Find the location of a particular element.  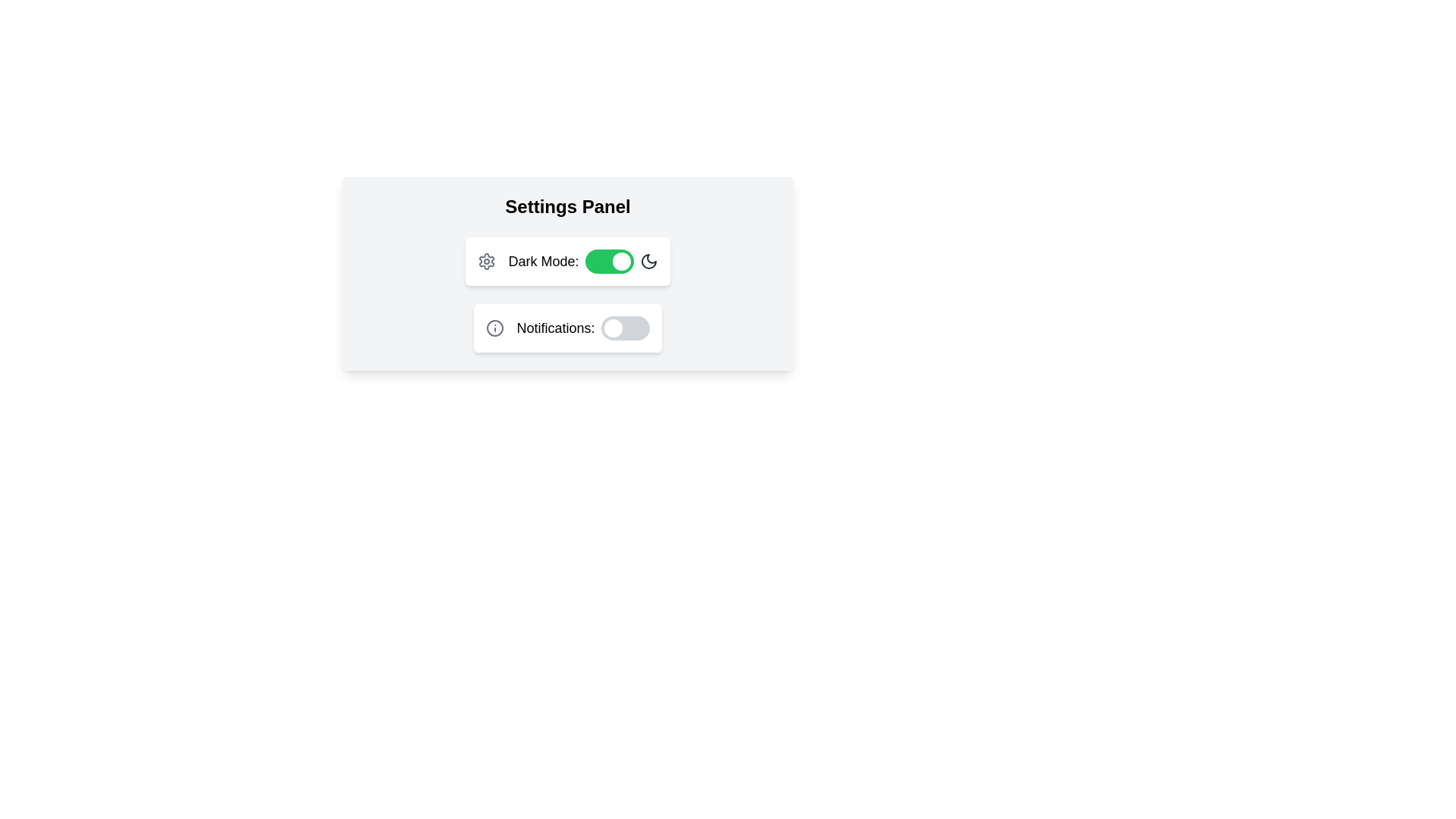

the bold title 'Settings Panel' which is prominently displayed at the top center of its card layout is located at coordinates (566, 207).